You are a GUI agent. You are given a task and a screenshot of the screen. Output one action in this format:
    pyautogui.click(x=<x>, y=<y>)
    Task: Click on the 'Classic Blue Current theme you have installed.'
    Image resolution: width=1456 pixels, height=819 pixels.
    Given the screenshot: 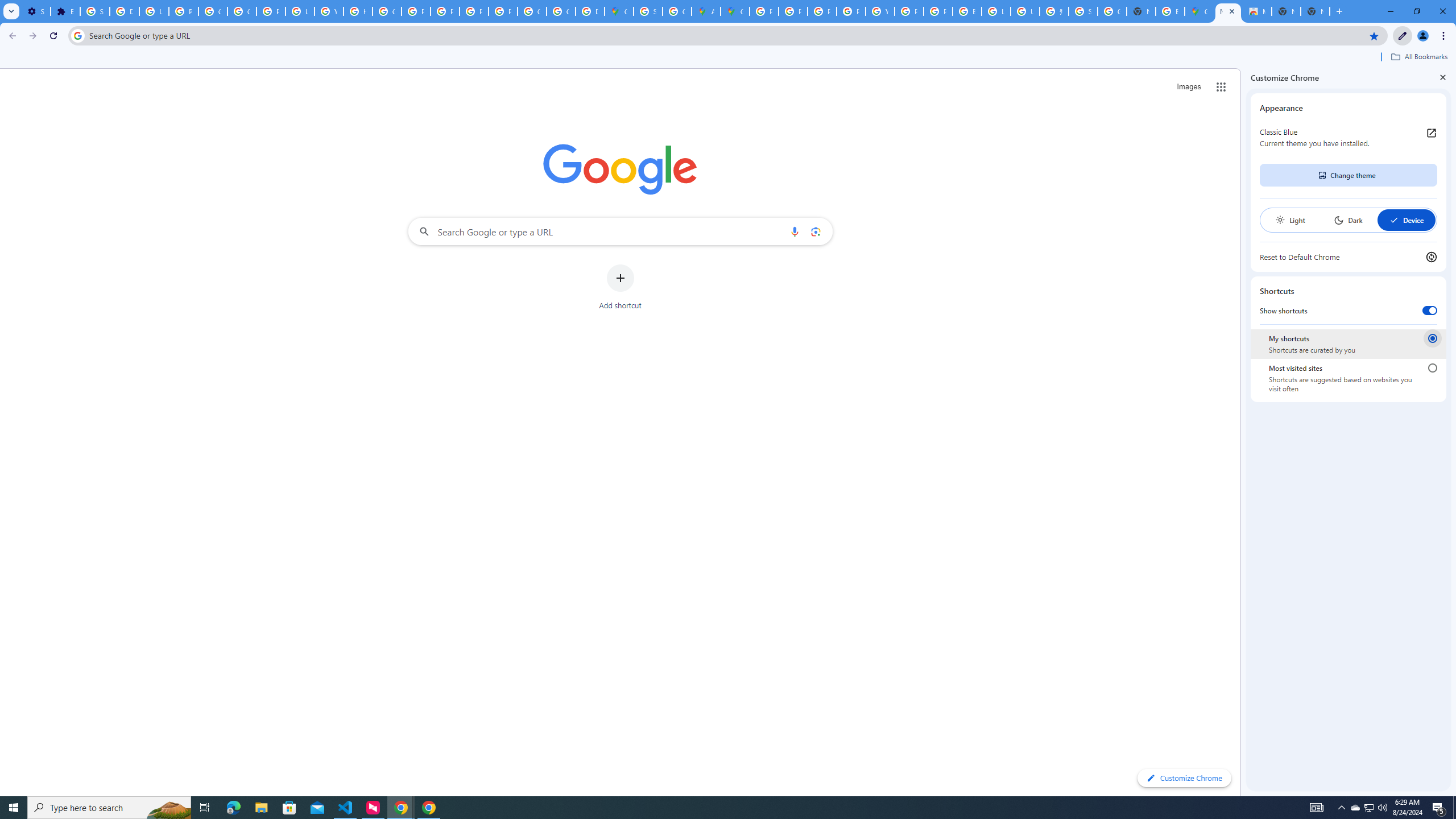 What is the action you would take?
    pyautogui.click(x=1347, y=137)
    